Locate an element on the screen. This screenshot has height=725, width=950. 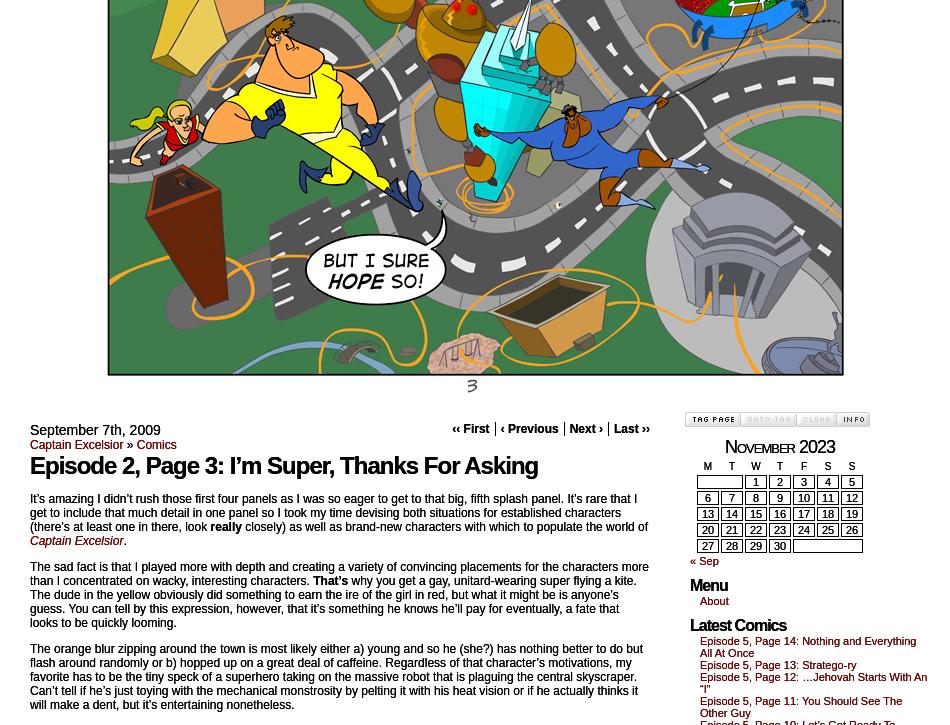
'15' is located at coordinates (754, 514).